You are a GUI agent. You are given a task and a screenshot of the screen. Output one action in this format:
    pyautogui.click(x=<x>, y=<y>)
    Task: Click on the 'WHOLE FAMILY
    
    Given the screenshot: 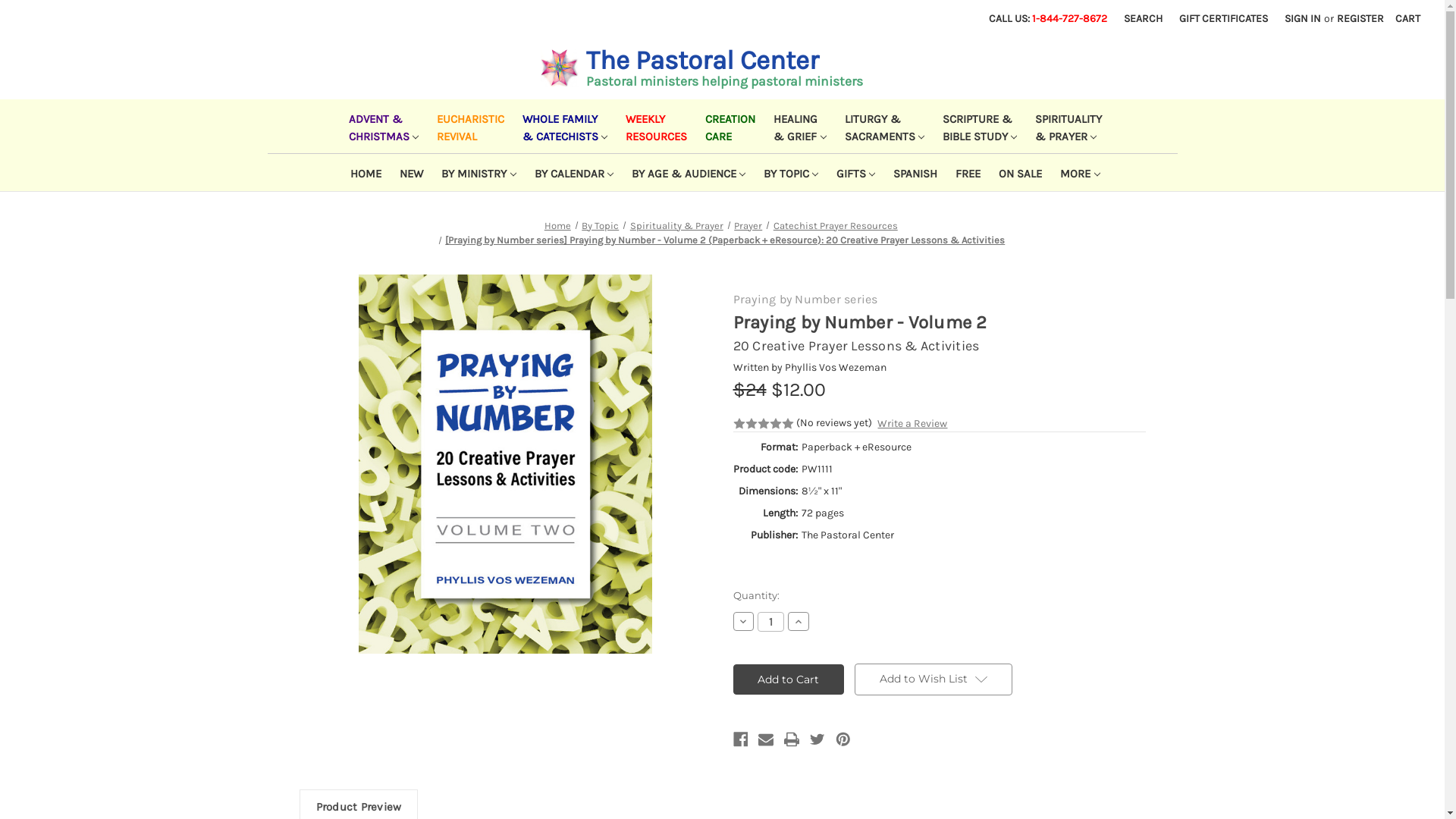 What is the action you would take?
    pyautogui.click(x=560, y=125)
    